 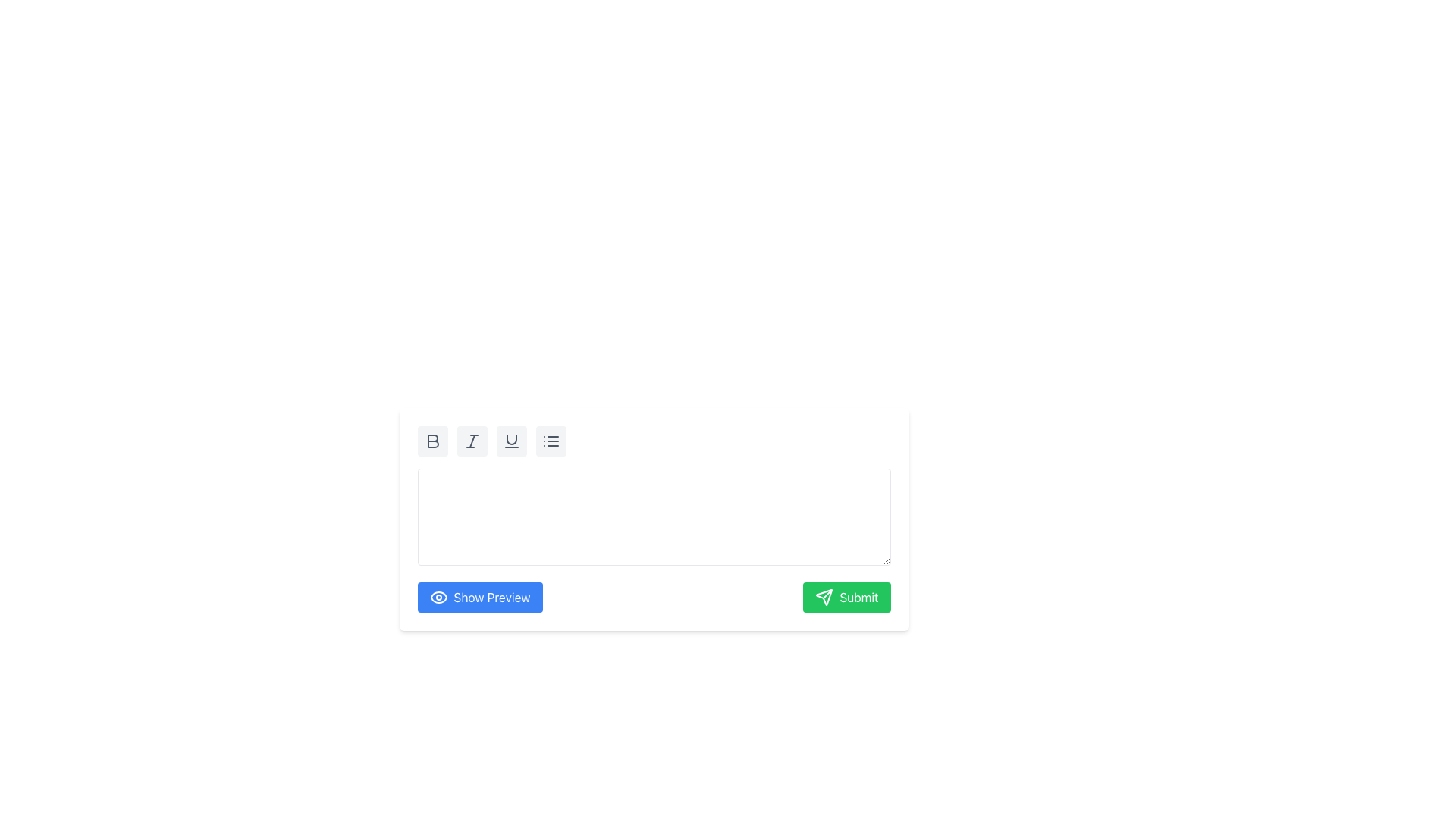 I want to click on the preview button located at the bottom center of the interface, to the left of the green 'Submit' button, so click(x=479, y=596).